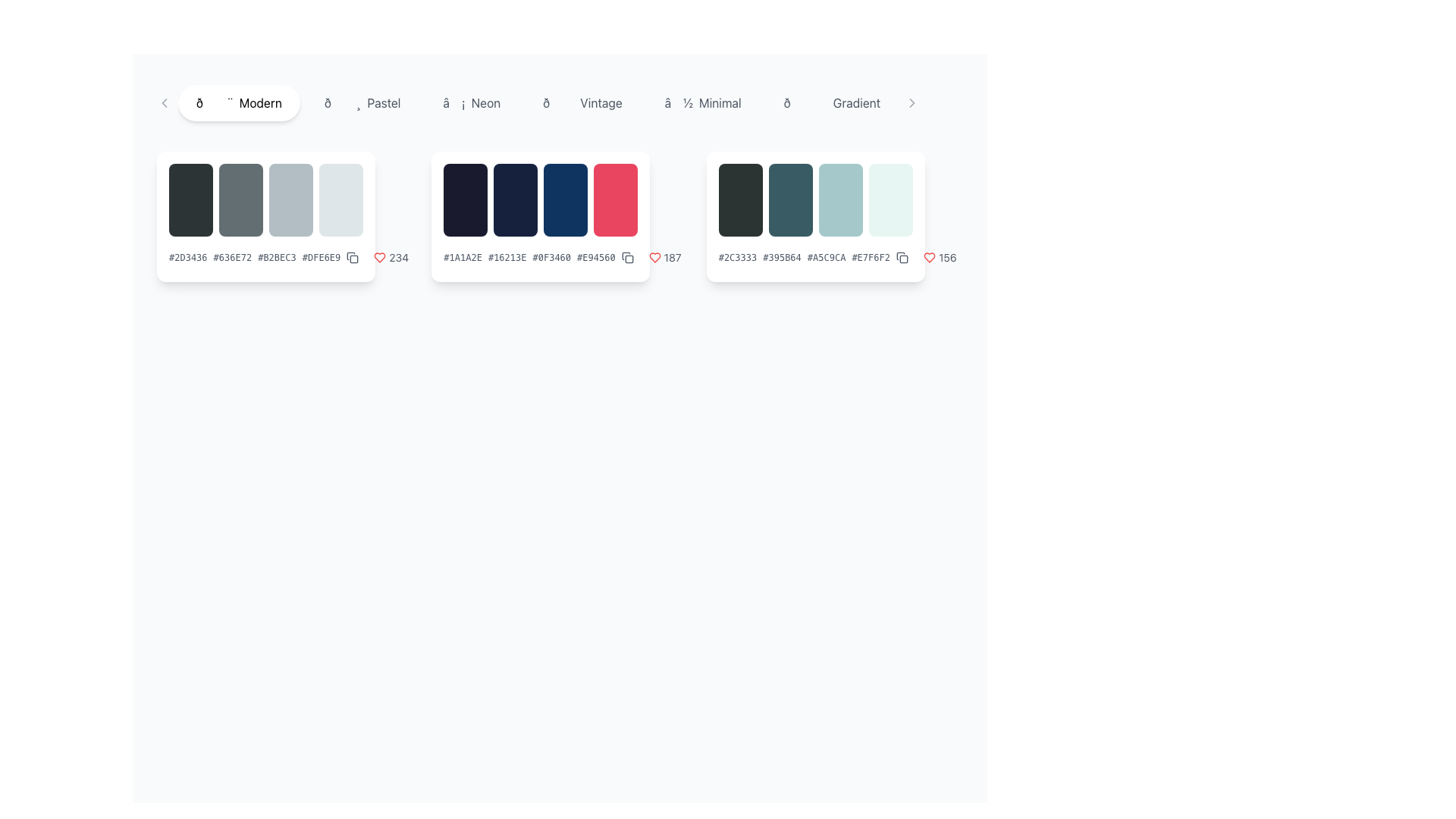 The width and height of the screenshot is (1456, 819). I want to click on the heart-shaped icon indicating a 'like' or 'favorite' action, located beneath the color palette with hex codes '#2C3333', '#395B64', '#A5C9CA', and '#E7F6F2', which has a count of '156', so click(928, 256).